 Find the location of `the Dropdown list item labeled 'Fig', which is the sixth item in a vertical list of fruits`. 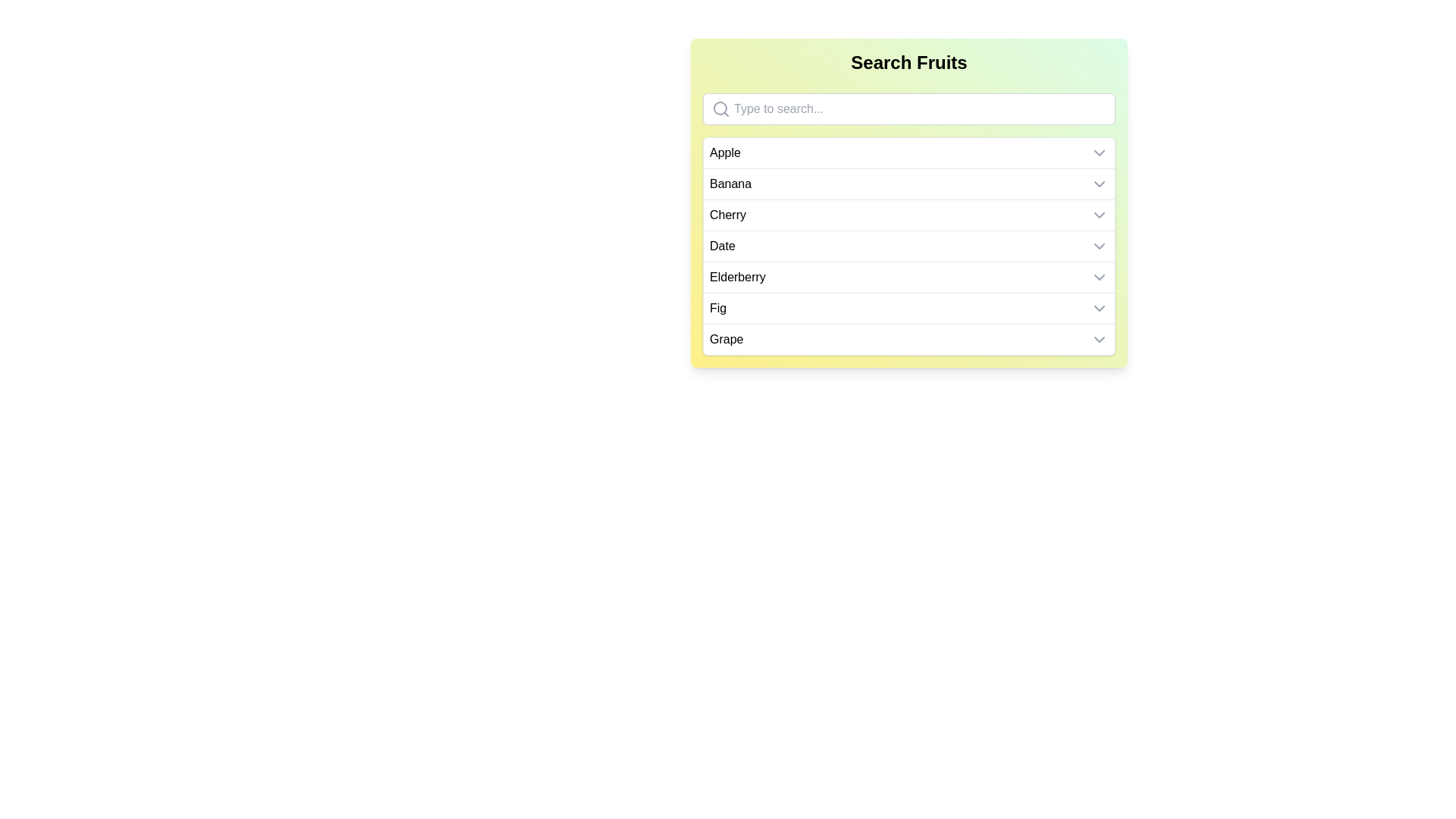

the Dropdown list item labeled 'Fig', which is the sixth item in a vertical list of fruits is located at coordinates (909, 308).